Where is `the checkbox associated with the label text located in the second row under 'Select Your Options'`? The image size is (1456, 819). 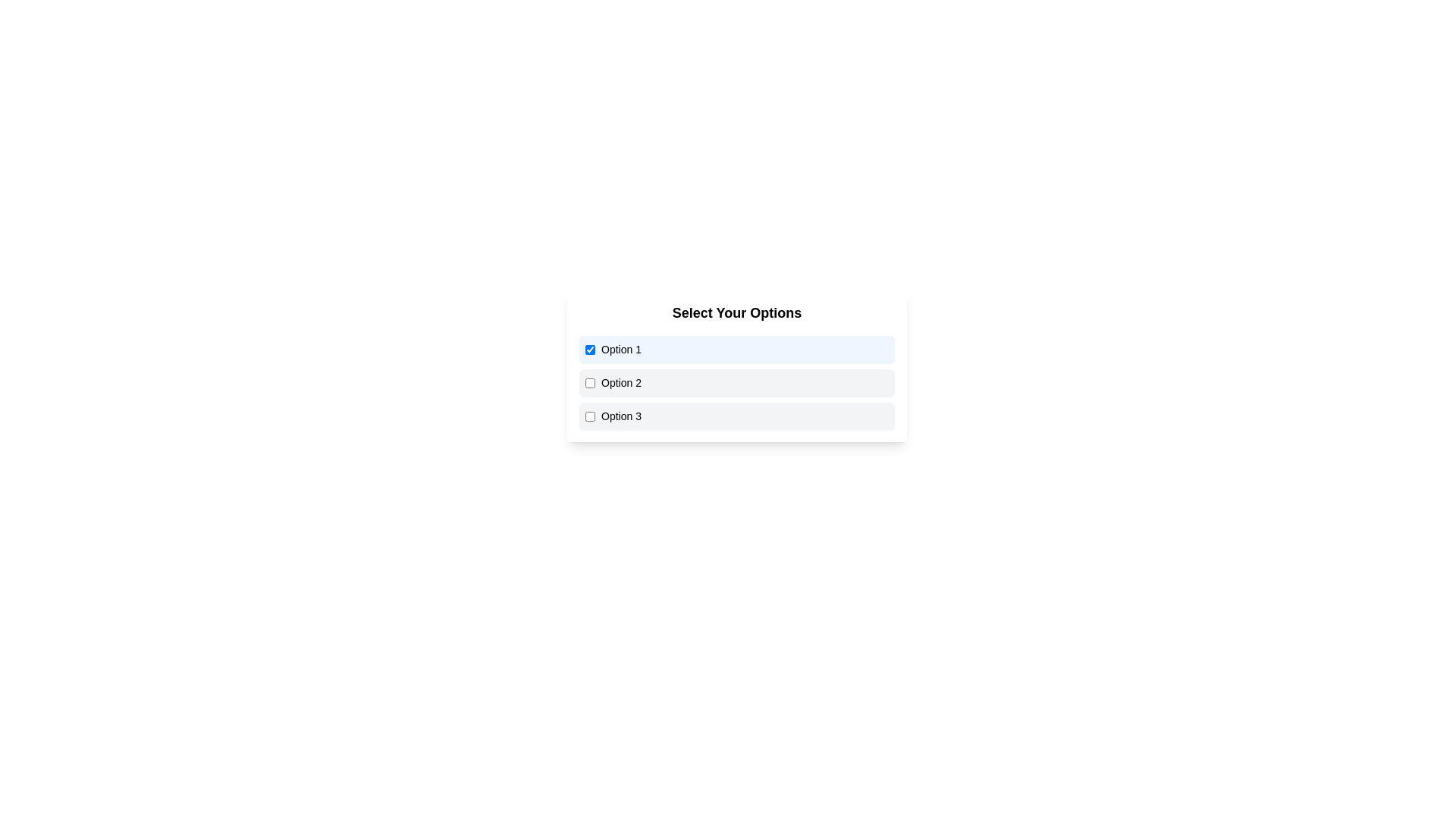 the checkbox associated with the label text located in the second row under 'Select Your Options' is located at coordinates (621, 382).